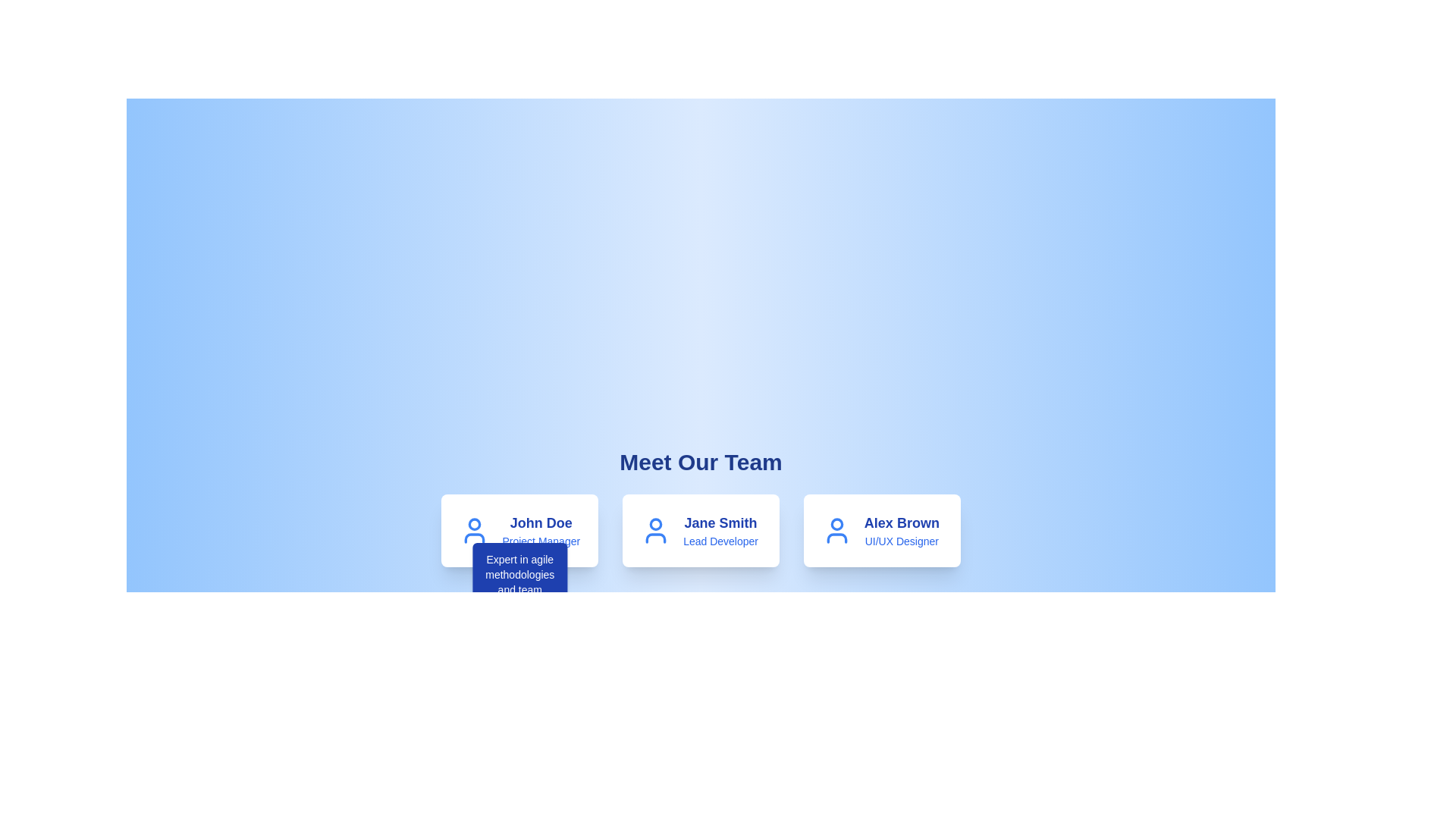 The image size is (1456, 819). I want to click on the user profile icon located to the left of the name 'Alex Brown' and the title 'UI/UX Designer' on the rightmost card in the team members row, so click(836, 529).